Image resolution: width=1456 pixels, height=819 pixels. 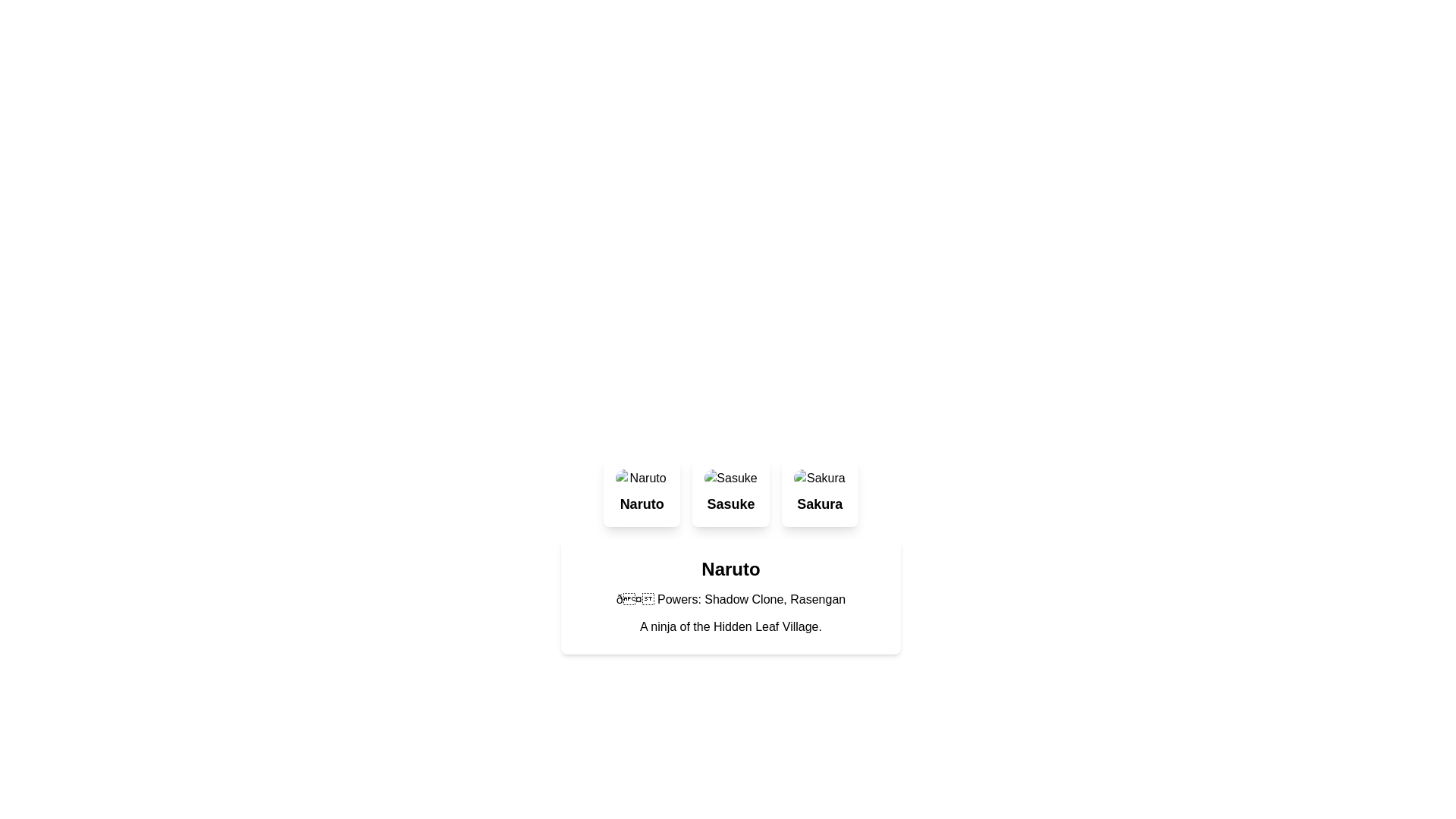 What do you see at coordinates (819, 491) in the screenshot?
I see `the selectable card associated with the 'Sakura' character, which is the third item in a grid layout of cards, positioned to the right of the 'Naruto' and 'Sasuke' cards` at bounding box center [819, 491].